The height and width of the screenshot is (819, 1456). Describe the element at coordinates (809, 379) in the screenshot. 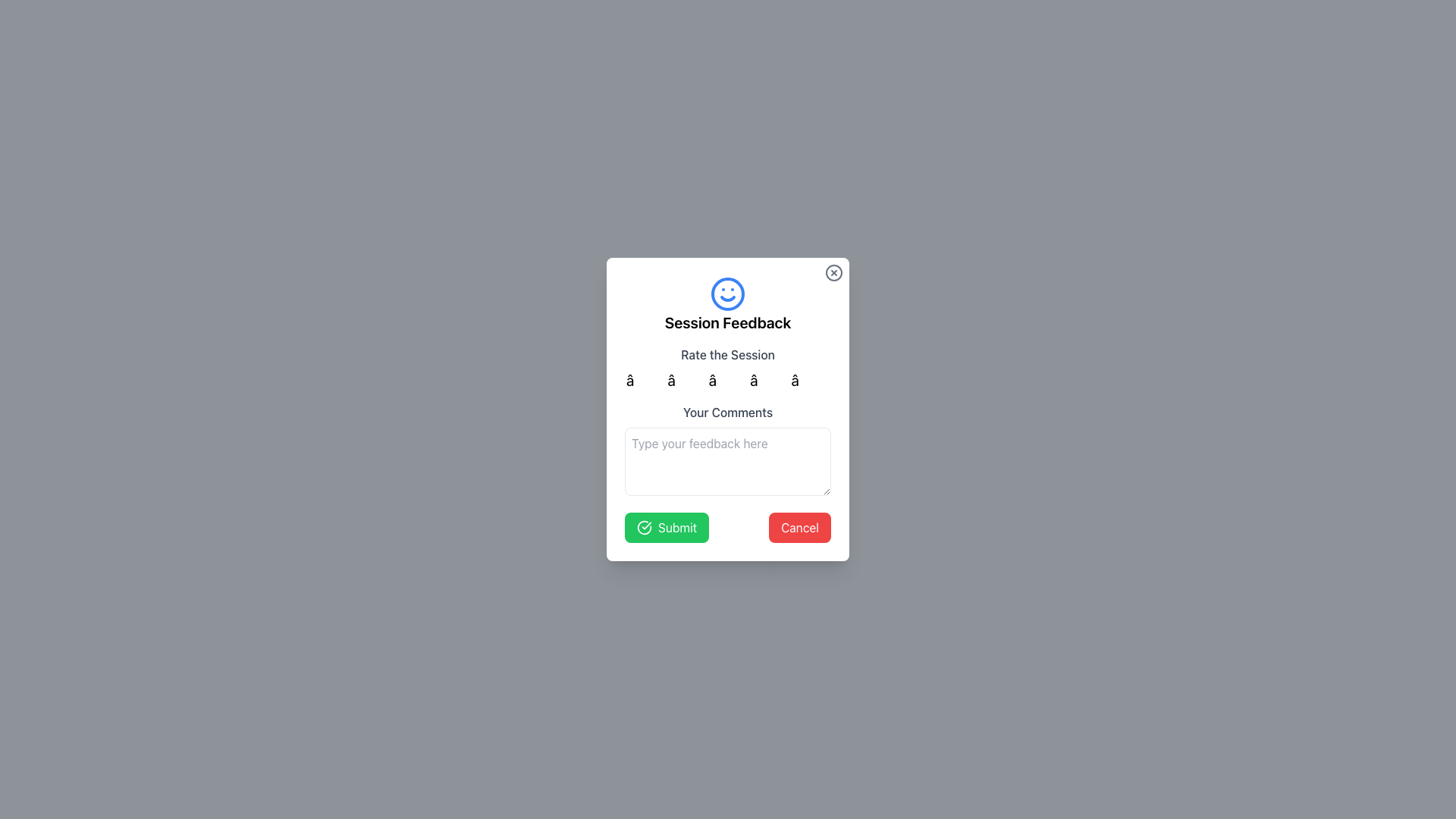

I see `the fifth star in the rating system to rate the session as maximum value` at that location.